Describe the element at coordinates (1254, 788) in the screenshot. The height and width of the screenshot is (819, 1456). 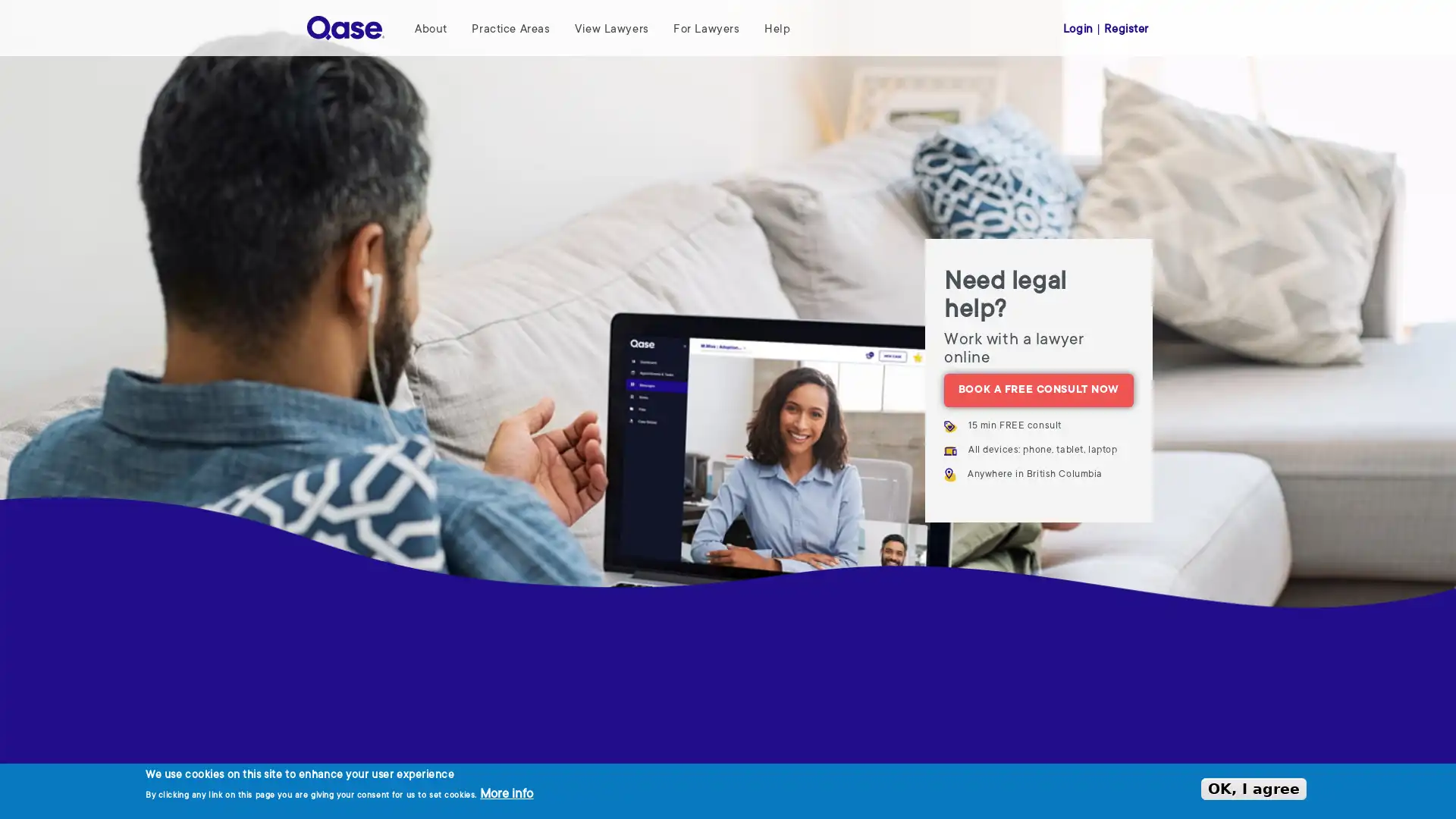
I see `OK, I agree` at that location.